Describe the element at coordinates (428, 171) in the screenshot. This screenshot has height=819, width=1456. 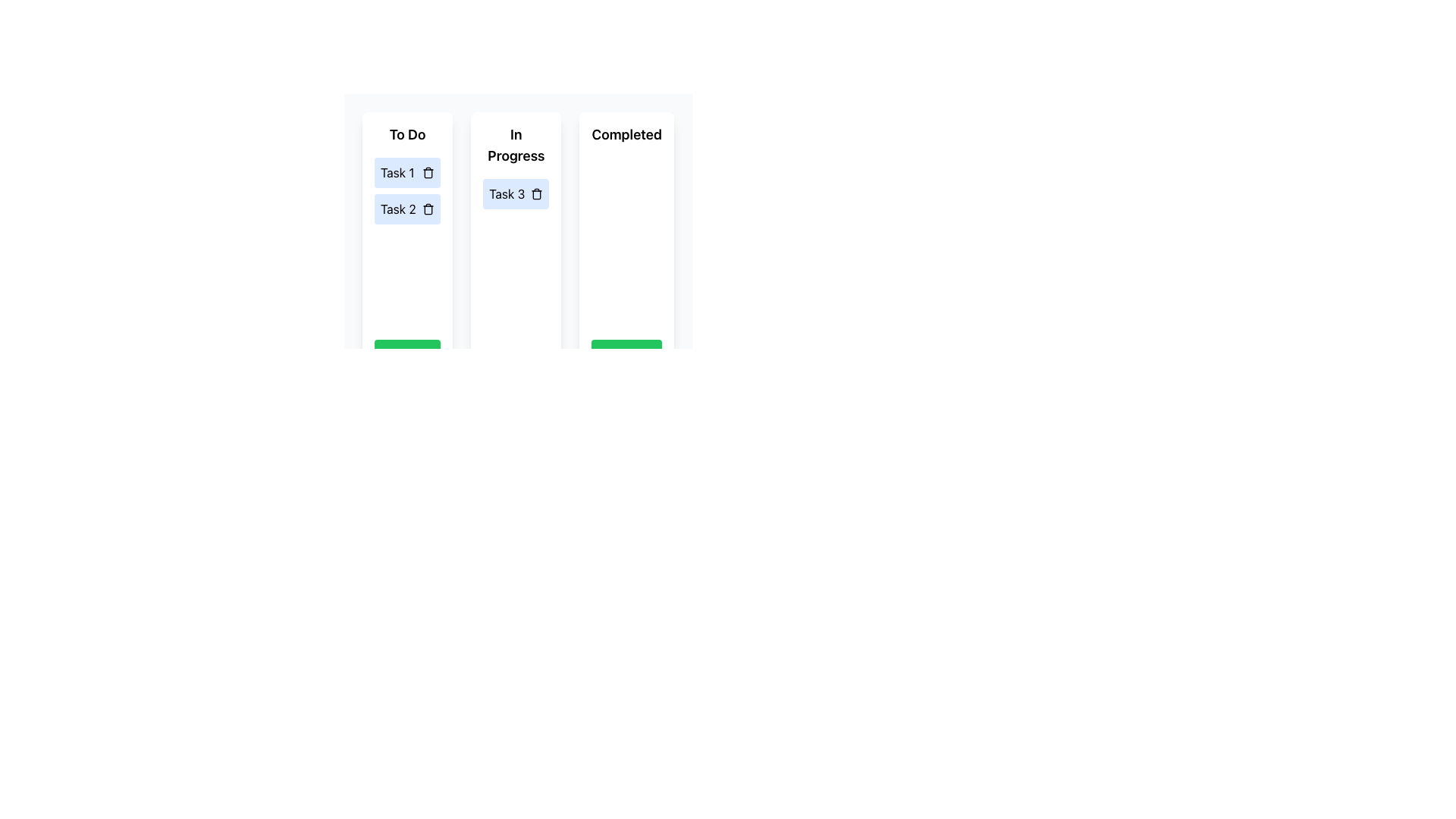
I see `the trash icon button, which features a stylized outline of a trash bin on a light blue background` at that location.